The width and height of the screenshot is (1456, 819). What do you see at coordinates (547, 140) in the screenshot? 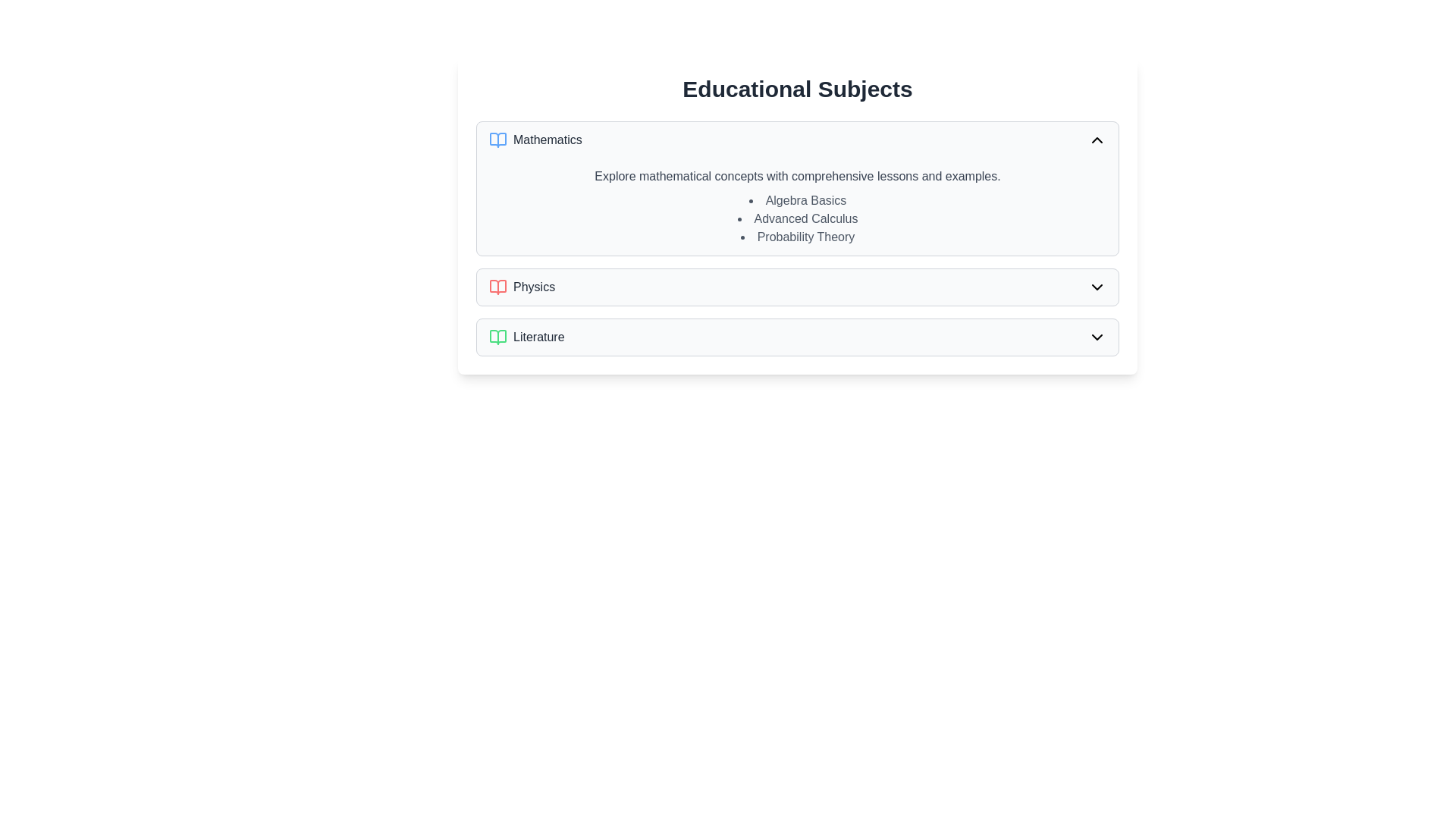
I see `the Text label indicating the subject title in the 'Educational Subjects' section, specifically within the header of the expanded 'Mathematics' section, which is positioned to the right of a blue book icon` at bounding box center [547, 140].